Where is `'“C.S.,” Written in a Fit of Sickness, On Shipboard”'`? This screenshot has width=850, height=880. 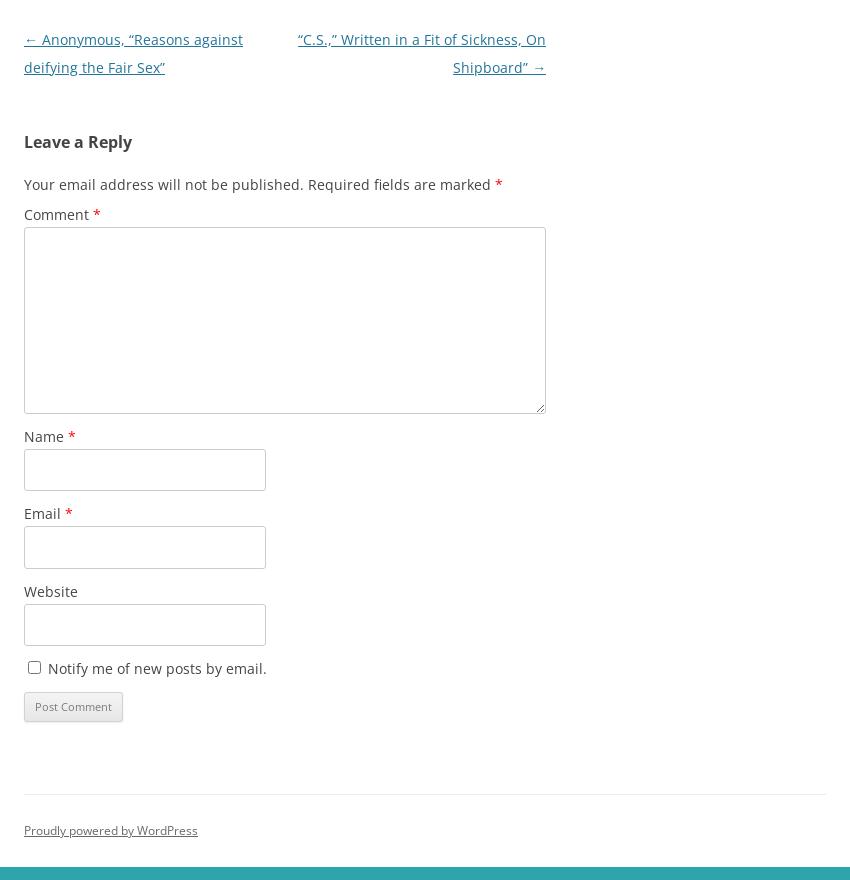 '“C.S.,” Written in a Fit of Sickness, On Shipboard”' is located at coordinates (422, 53).